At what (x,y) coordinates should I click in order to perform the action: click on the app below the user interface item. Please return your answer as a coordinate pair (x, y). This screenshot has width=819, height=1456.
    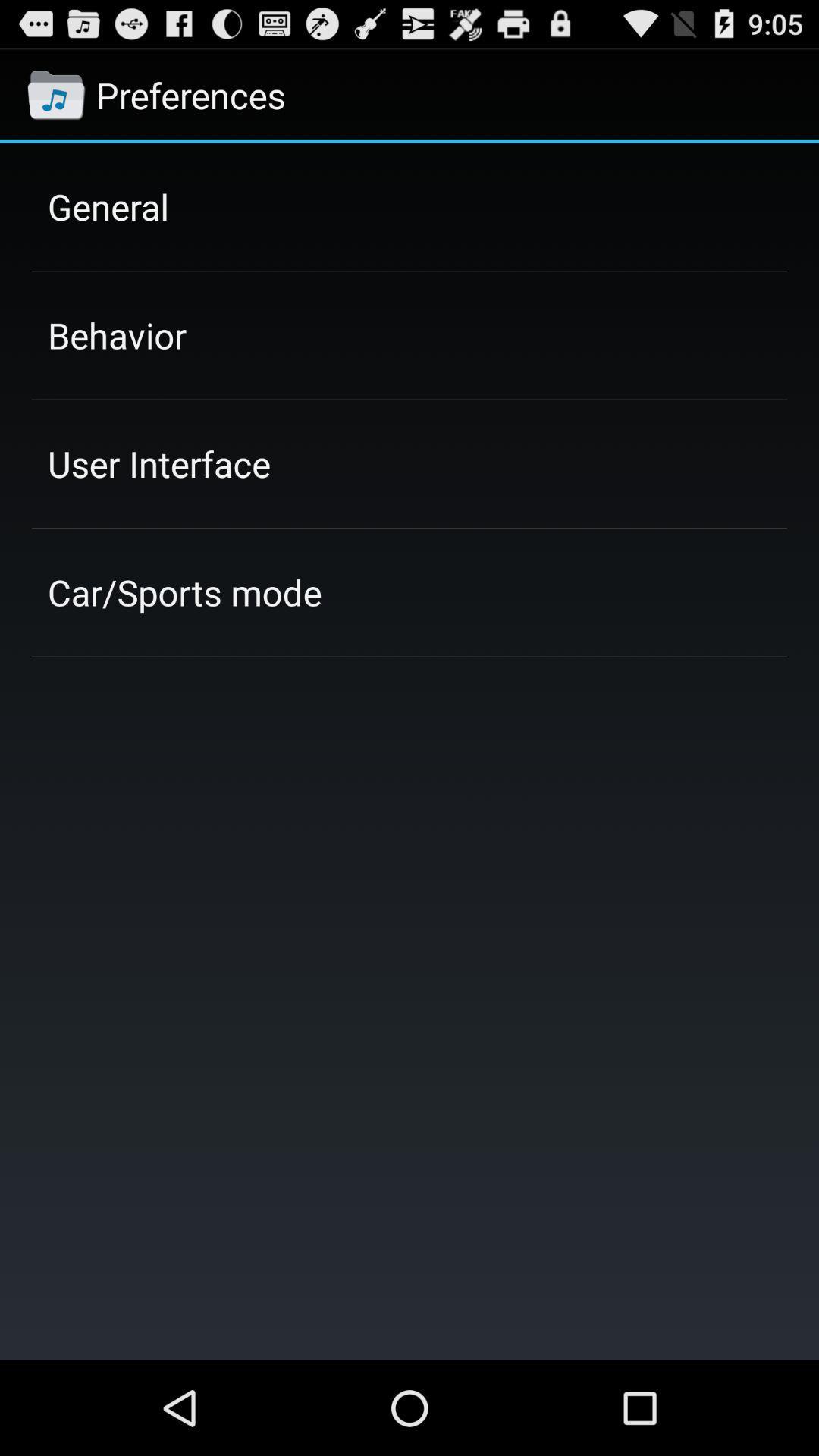
    Looking at the image, I should click on (184, 591).